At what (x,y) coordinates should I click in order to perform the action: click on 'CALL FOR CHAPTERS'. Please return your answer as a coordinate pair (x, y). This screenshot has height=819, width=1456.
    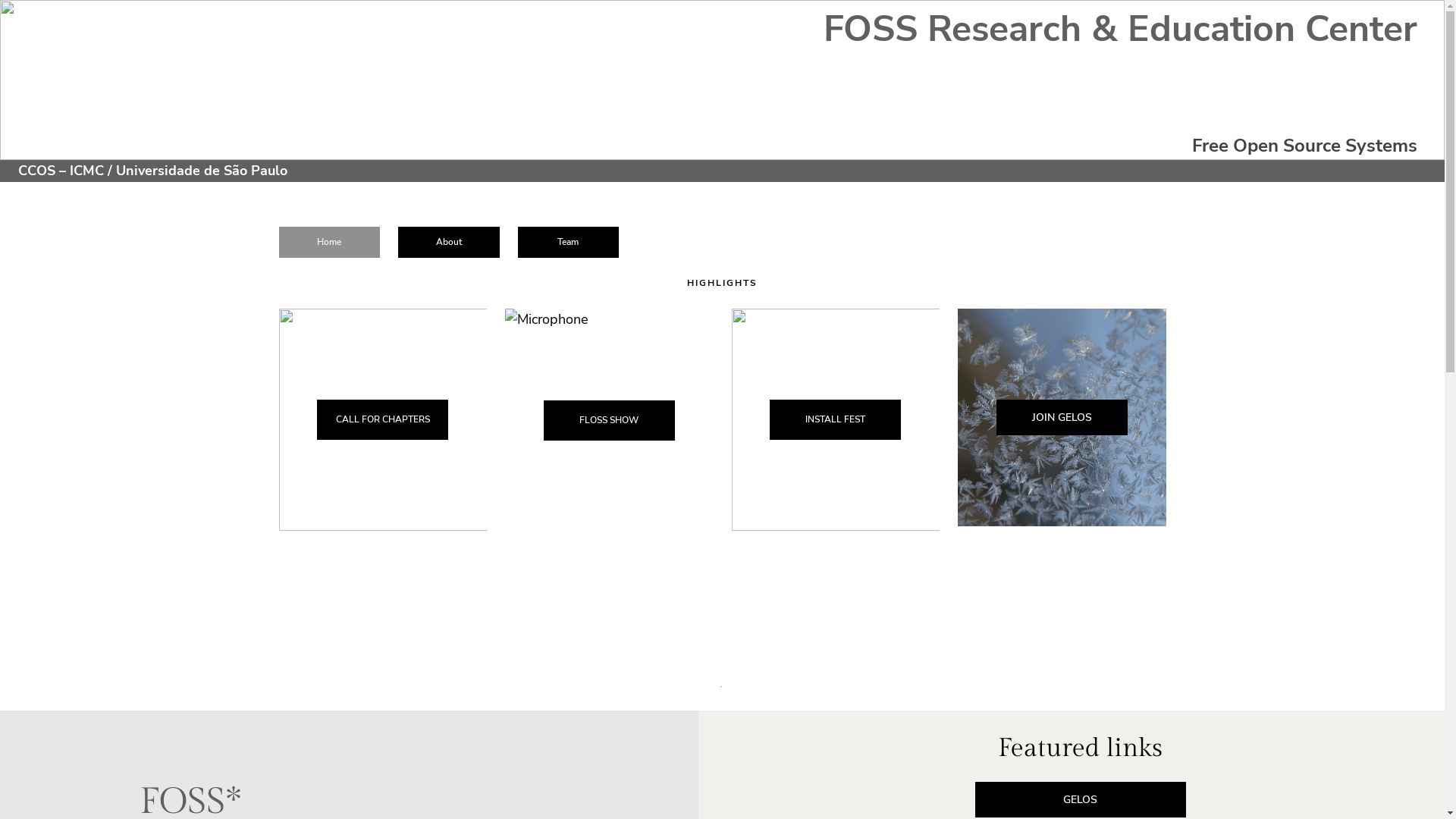
    Looking at the image, I should click on (382, 419).